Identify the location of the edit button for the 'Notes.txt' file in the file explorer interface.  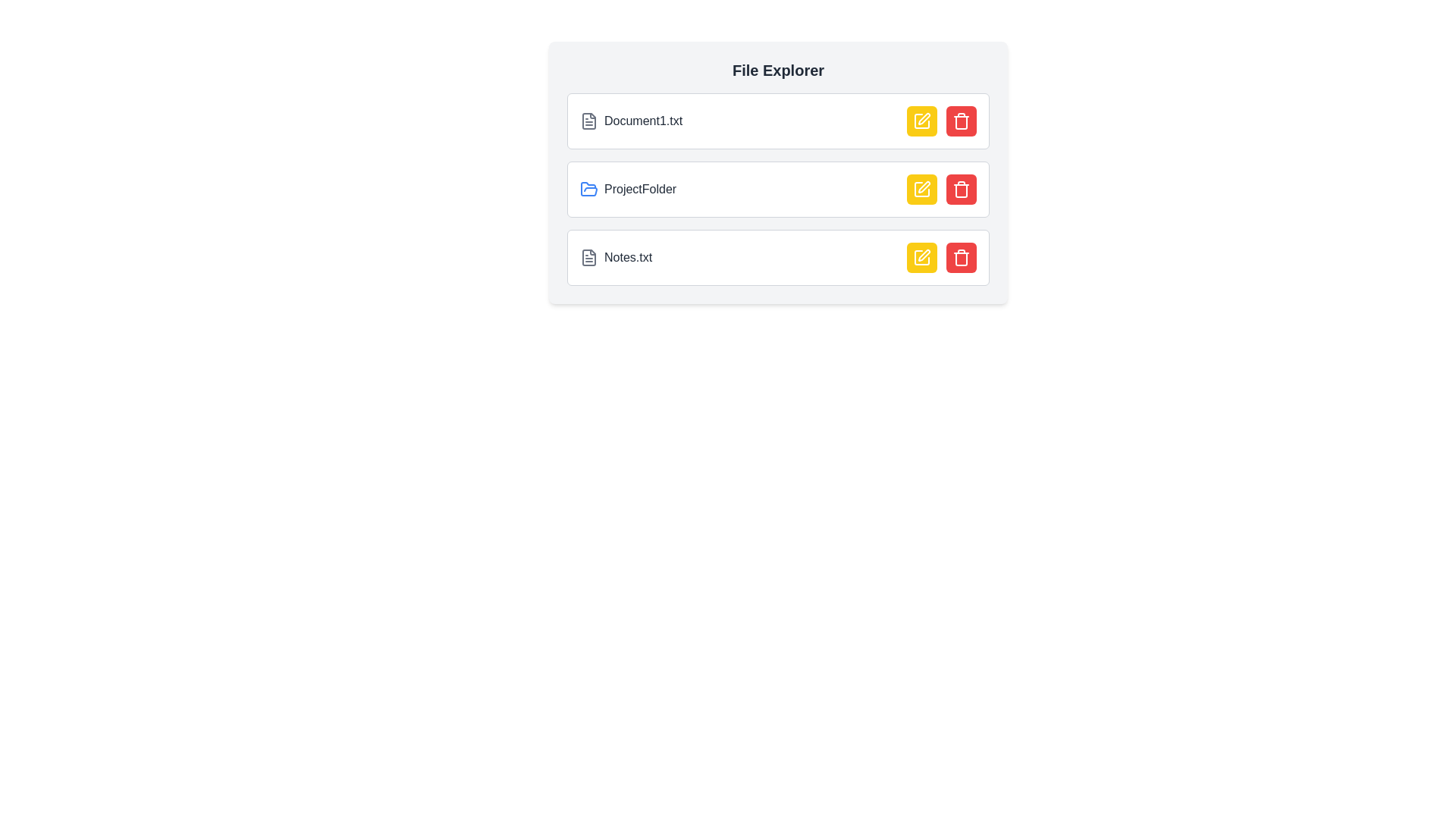
(921, 256).